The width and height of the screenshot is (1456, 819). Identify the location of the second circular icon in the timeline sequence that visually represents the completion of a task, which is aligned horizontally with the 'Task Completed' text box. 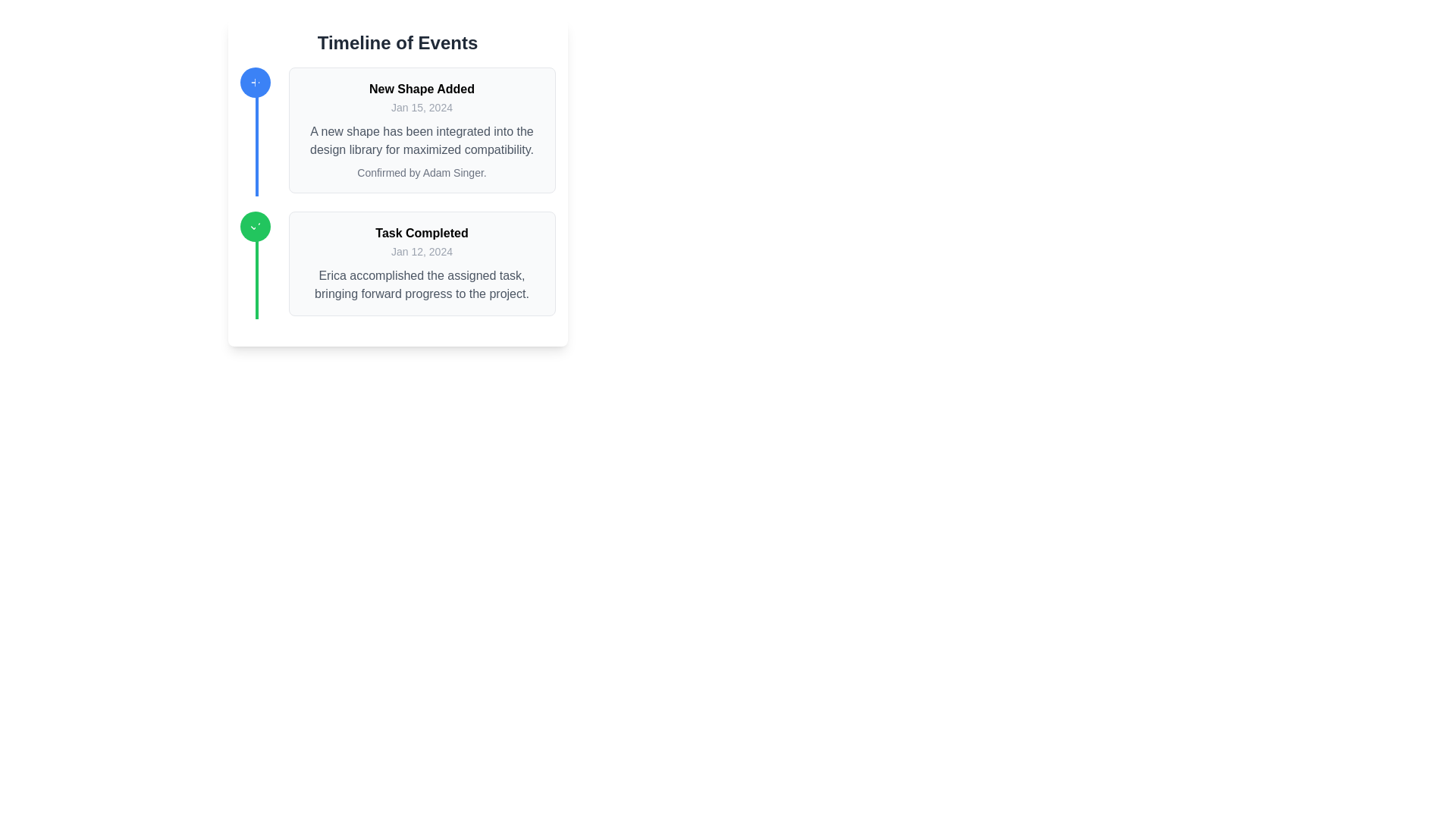
(255, 227).